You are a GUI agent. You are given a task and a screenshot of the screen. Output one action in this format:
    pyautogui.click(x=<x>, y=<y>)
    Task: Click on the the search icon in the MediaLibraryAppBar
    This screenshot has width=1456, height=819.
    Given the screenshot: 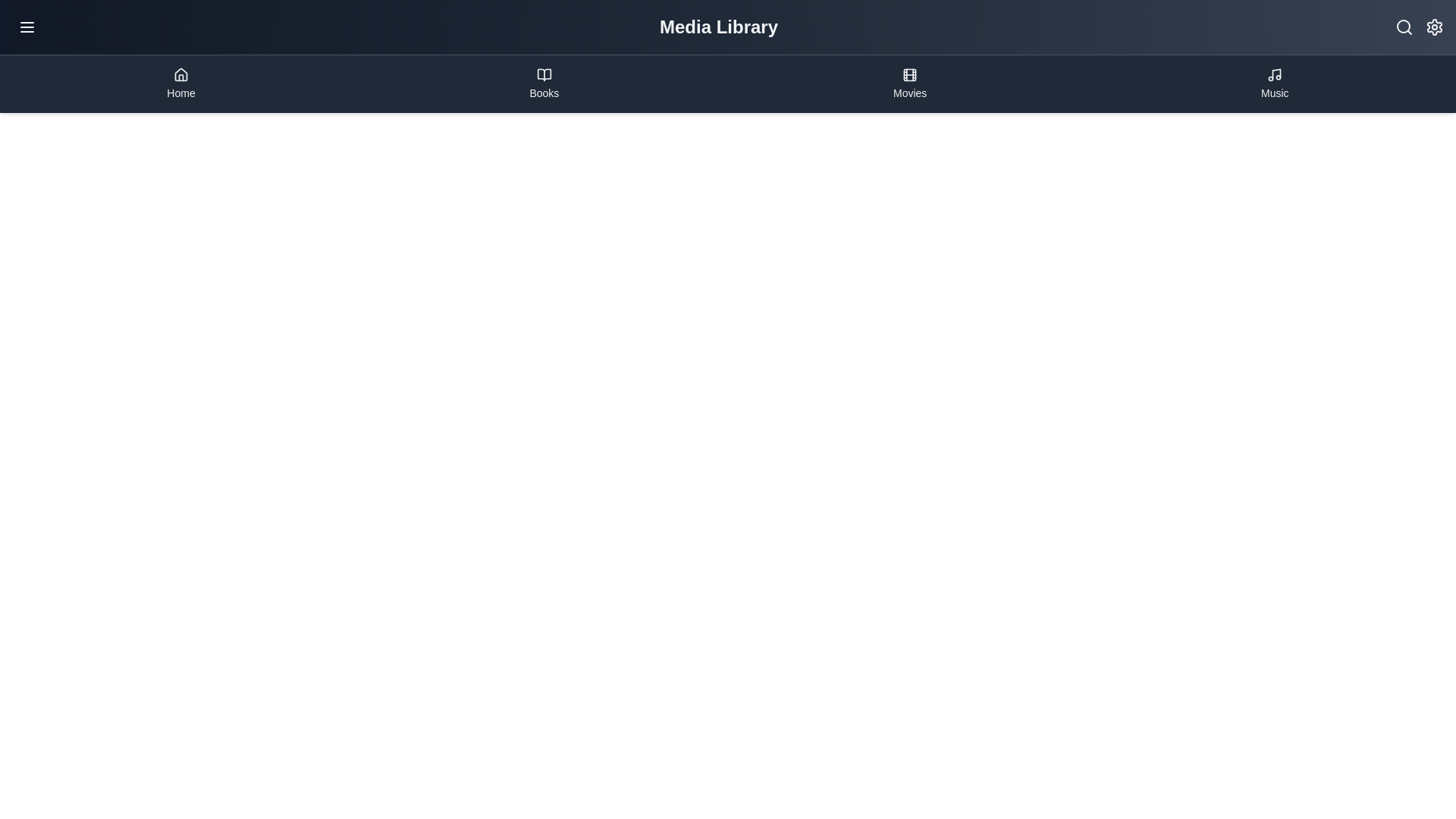 What is the action you would take?
    pyautogui.click(x=1404, y=27)
    